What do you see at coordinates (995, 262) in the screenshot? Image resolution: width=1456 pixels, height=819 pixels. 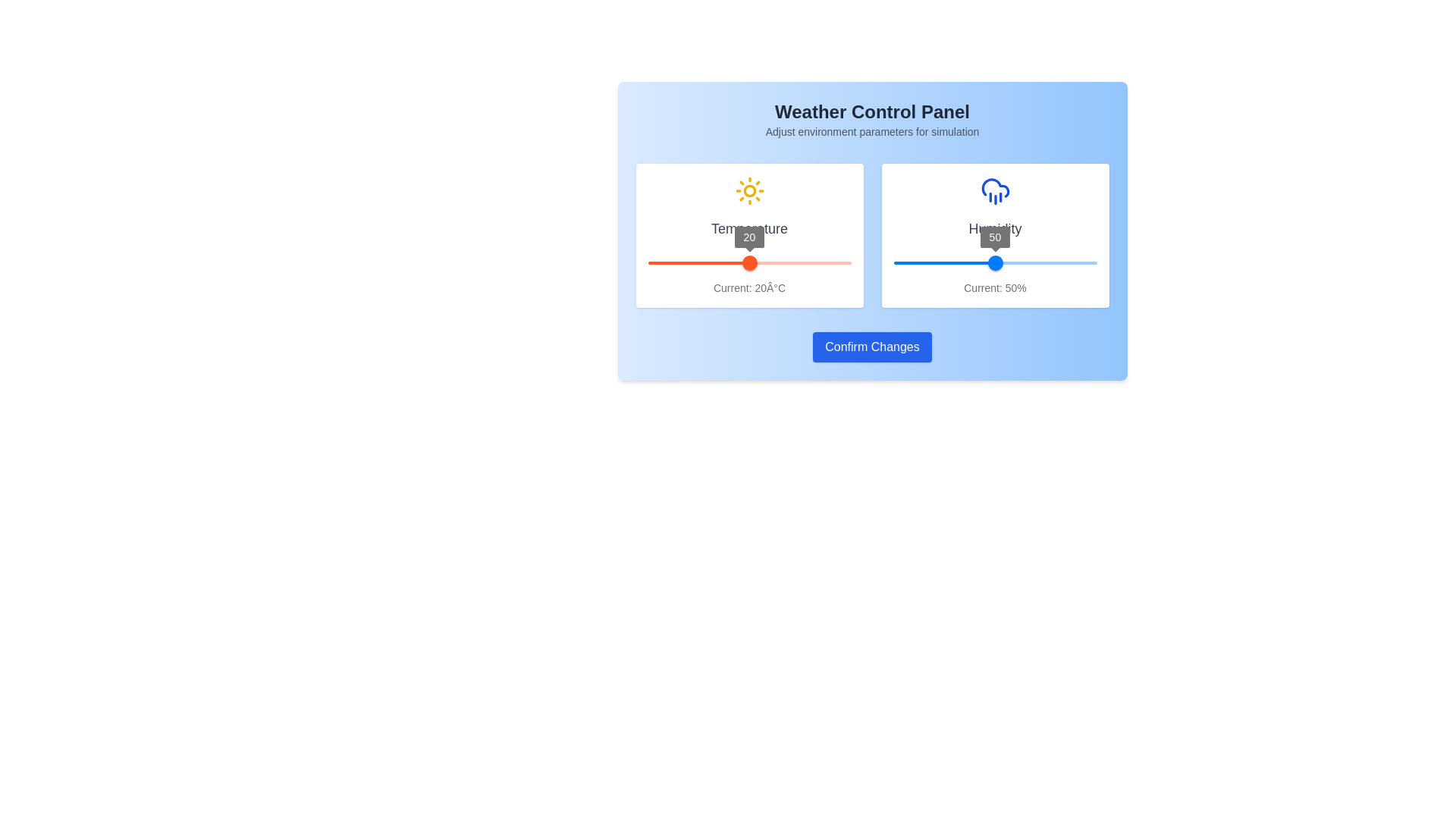 I see `humidity` at bounding box center [995, 262].